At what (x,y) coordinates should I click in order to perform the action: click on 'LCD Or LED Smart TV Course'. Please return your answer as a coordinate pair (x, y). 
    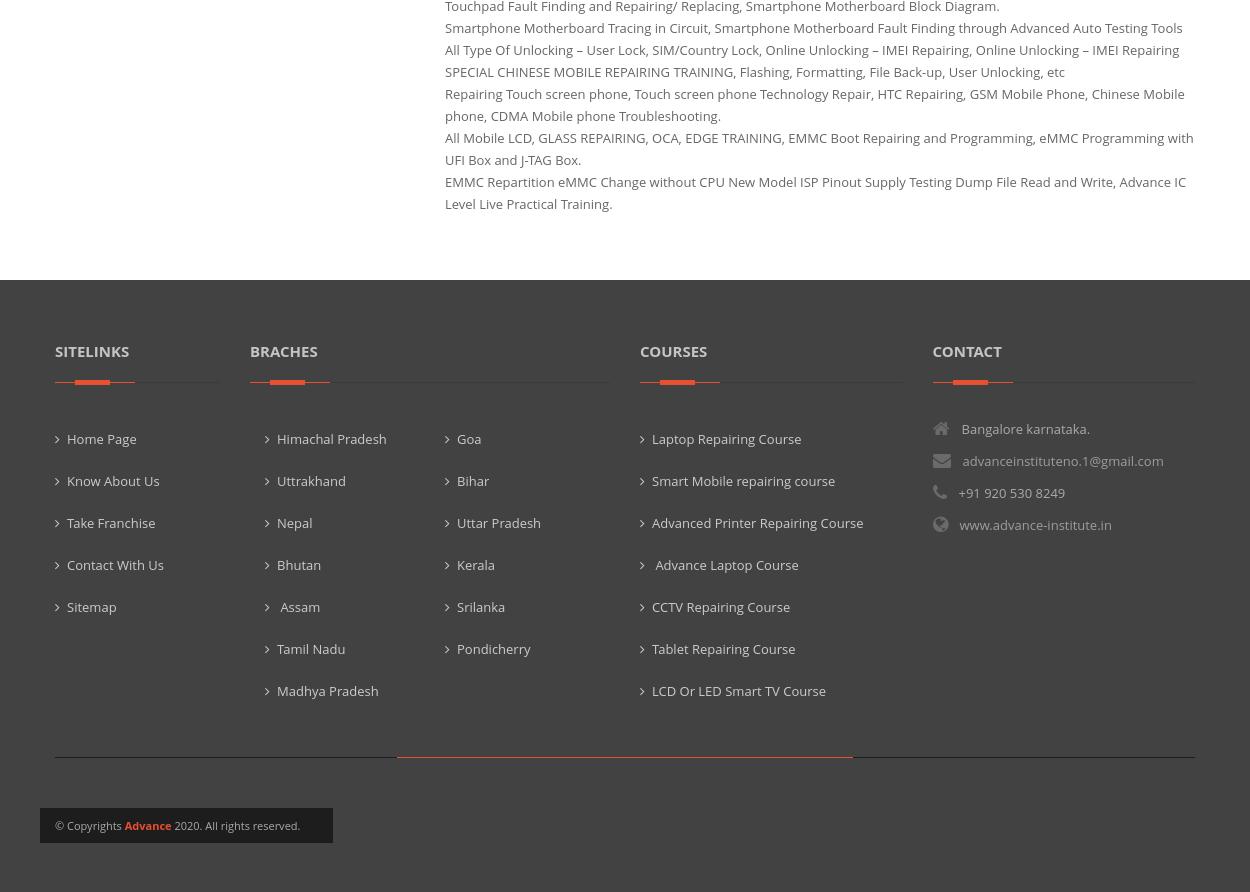
    Looking at the image, I should click on (737, 691).